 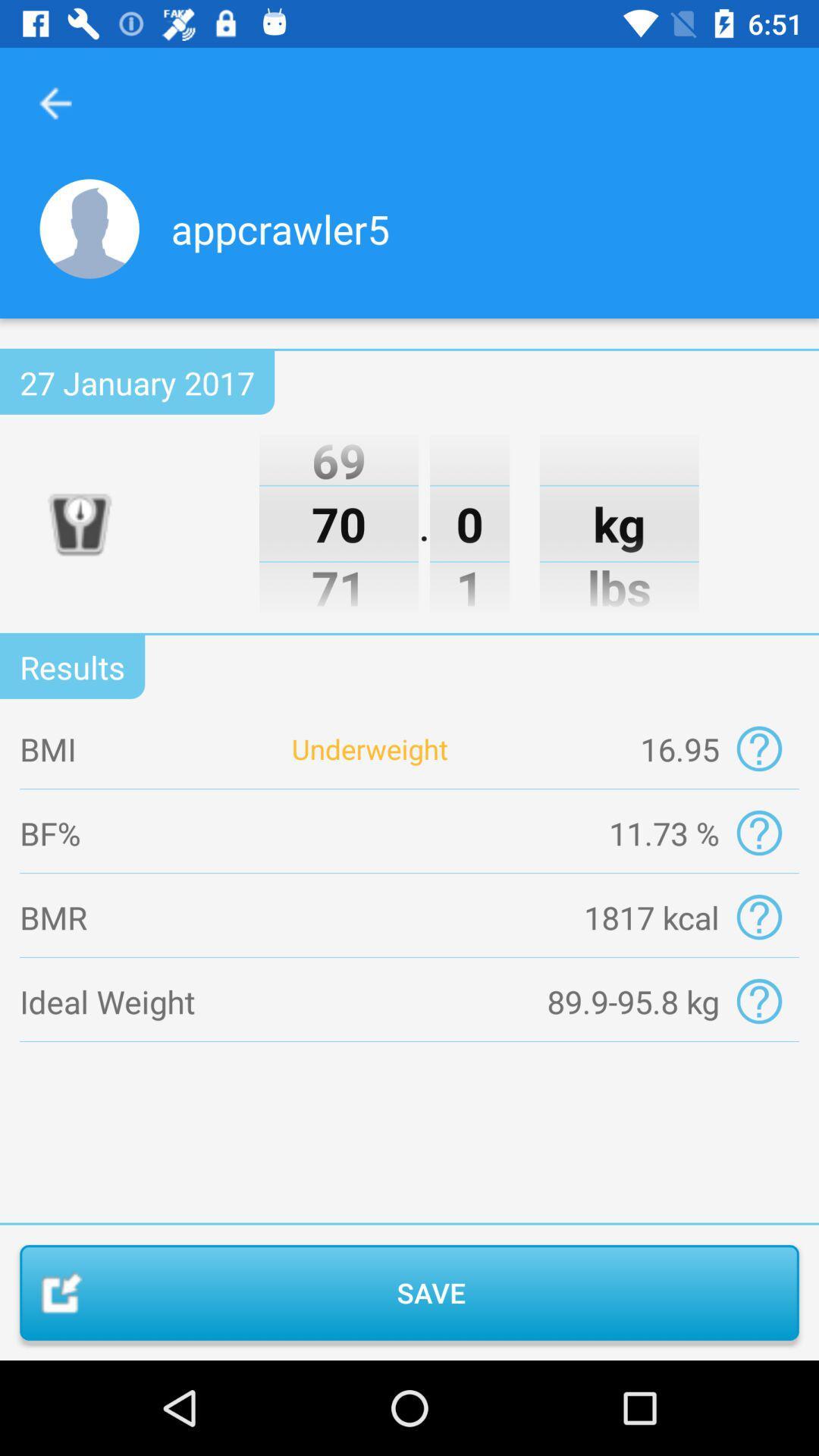 I want to click on click the questtion mark, so click(x=759, y=748).